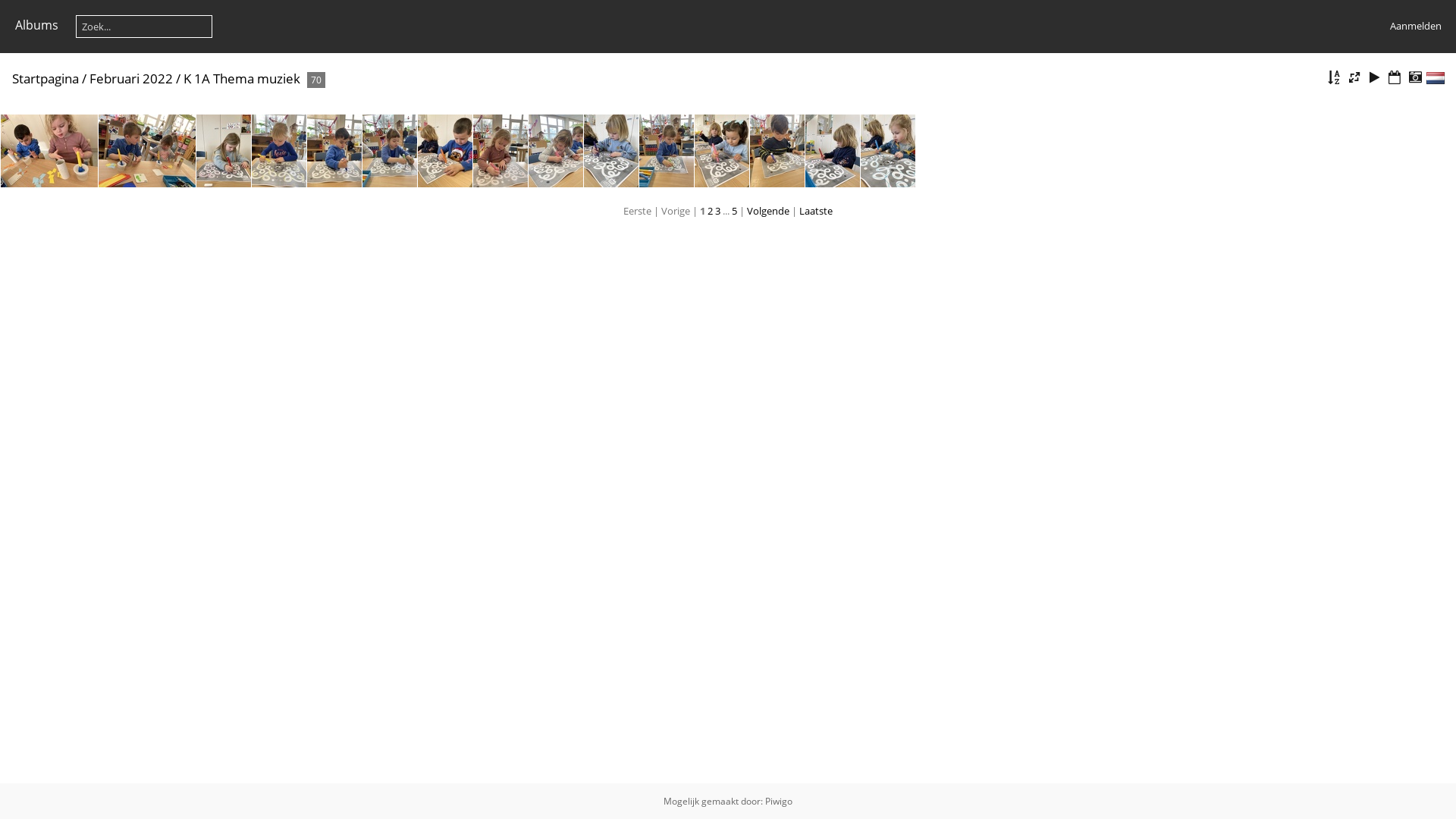 This screenshot has height=819, width=1456. Describe the element at coordinates (36, 25) in the screenshot. I see `'Albums'` at that location.